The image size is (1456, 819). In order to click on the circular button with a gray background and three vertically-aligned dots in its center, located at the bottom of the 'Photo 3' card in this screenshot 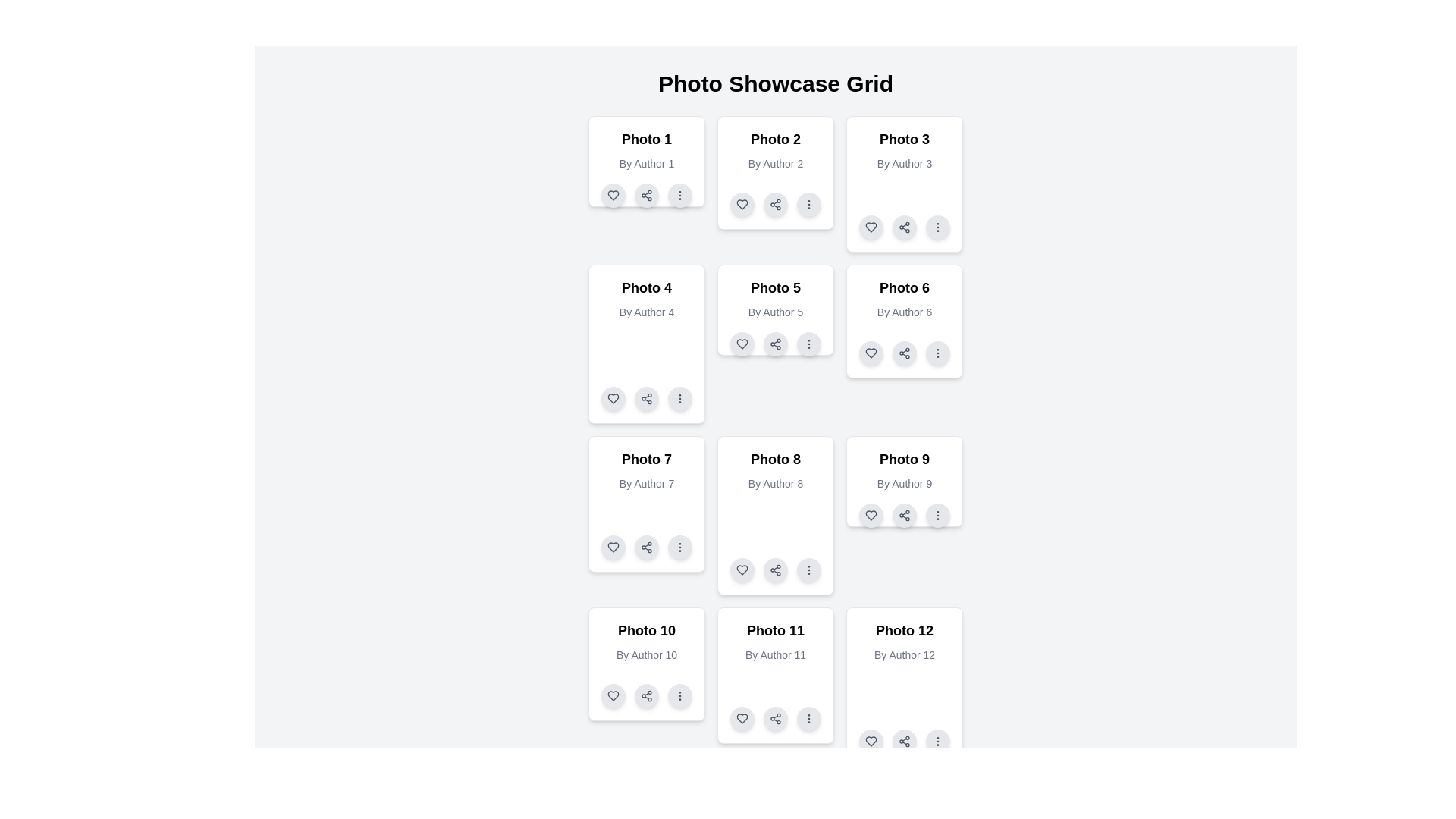, I will do `click(937, 227)`.